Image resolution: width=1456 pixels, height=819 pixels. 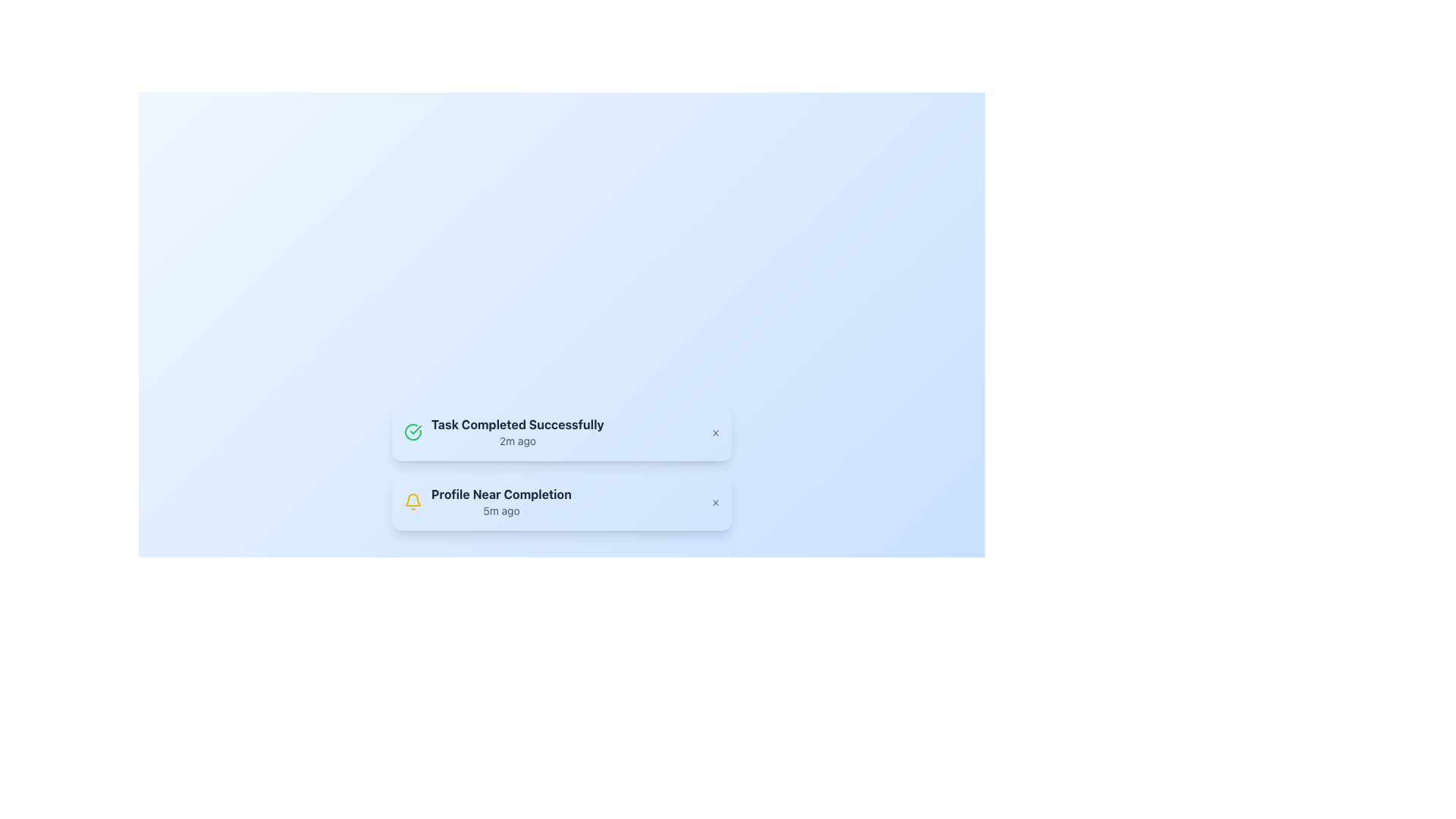 I want to click on the text label '2m ago', which is displayed in light gray, located below 'Task Completed Successfully' in a card-like UI component, so click(x=517, y=441).